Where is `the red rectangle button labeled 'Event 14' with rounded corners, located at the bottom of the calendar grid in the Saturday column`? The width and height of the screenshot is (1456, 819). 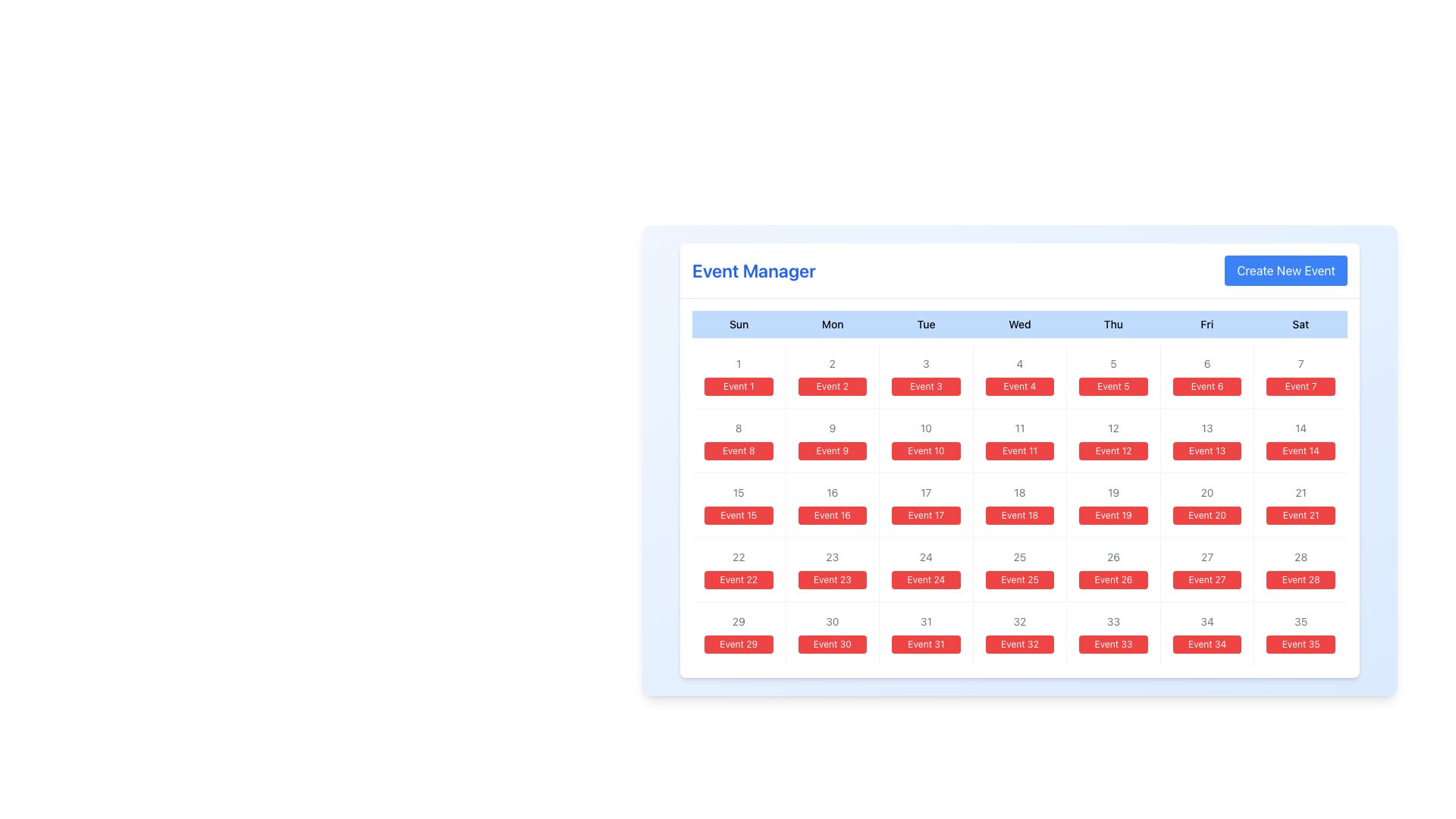 the red rectangle button labeled 'Event 14' with rounded corners, located at the bottom of the calendar grid in the Saturday column is located at coordinates (1300, 450).